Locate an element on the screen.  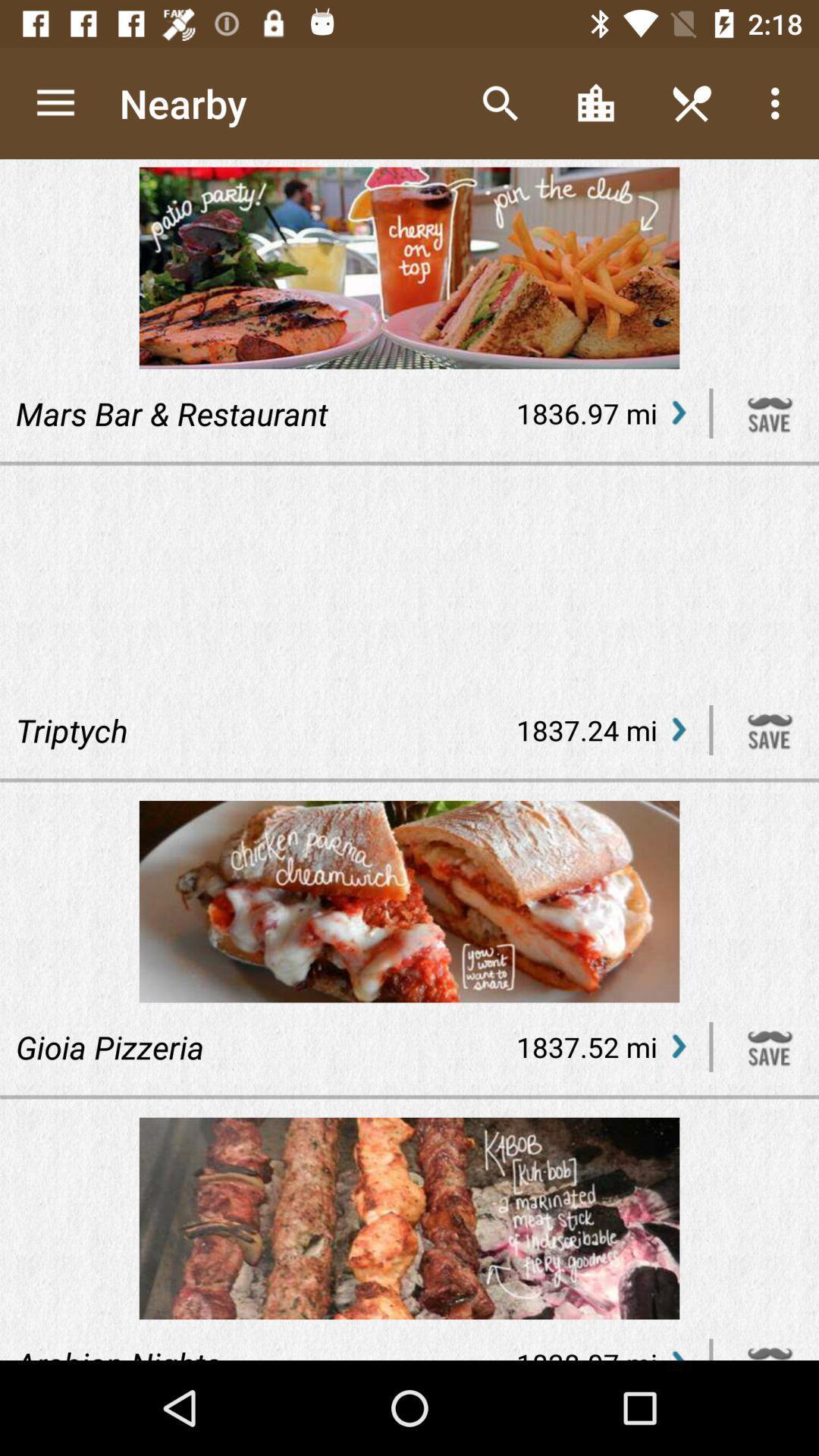
the restaurant is located at coordinates (770, 730).